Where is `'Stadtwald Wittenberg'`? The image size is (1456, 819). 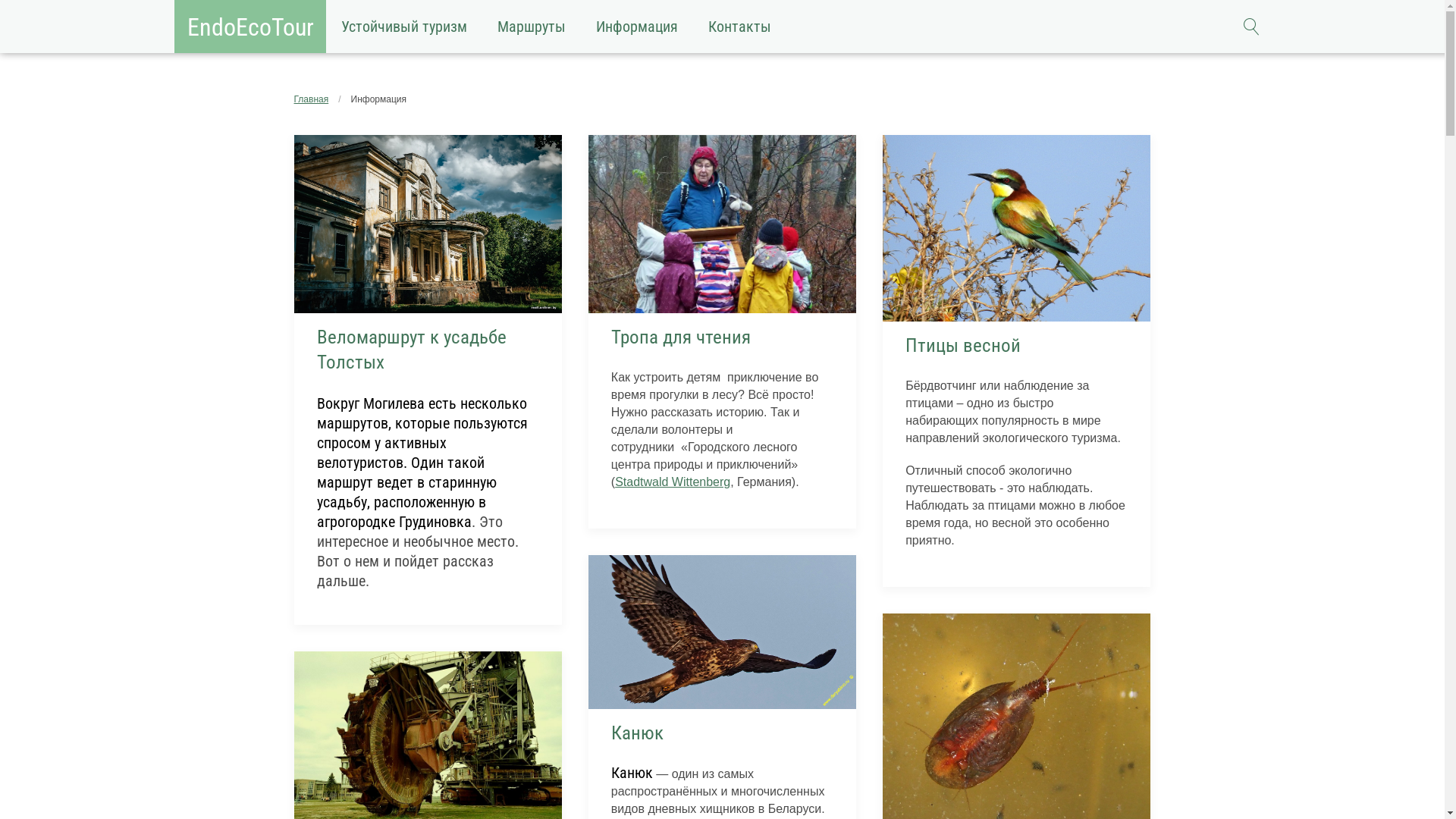
'Stadtwald Wittenberg' is located at coordinates (672, 482).